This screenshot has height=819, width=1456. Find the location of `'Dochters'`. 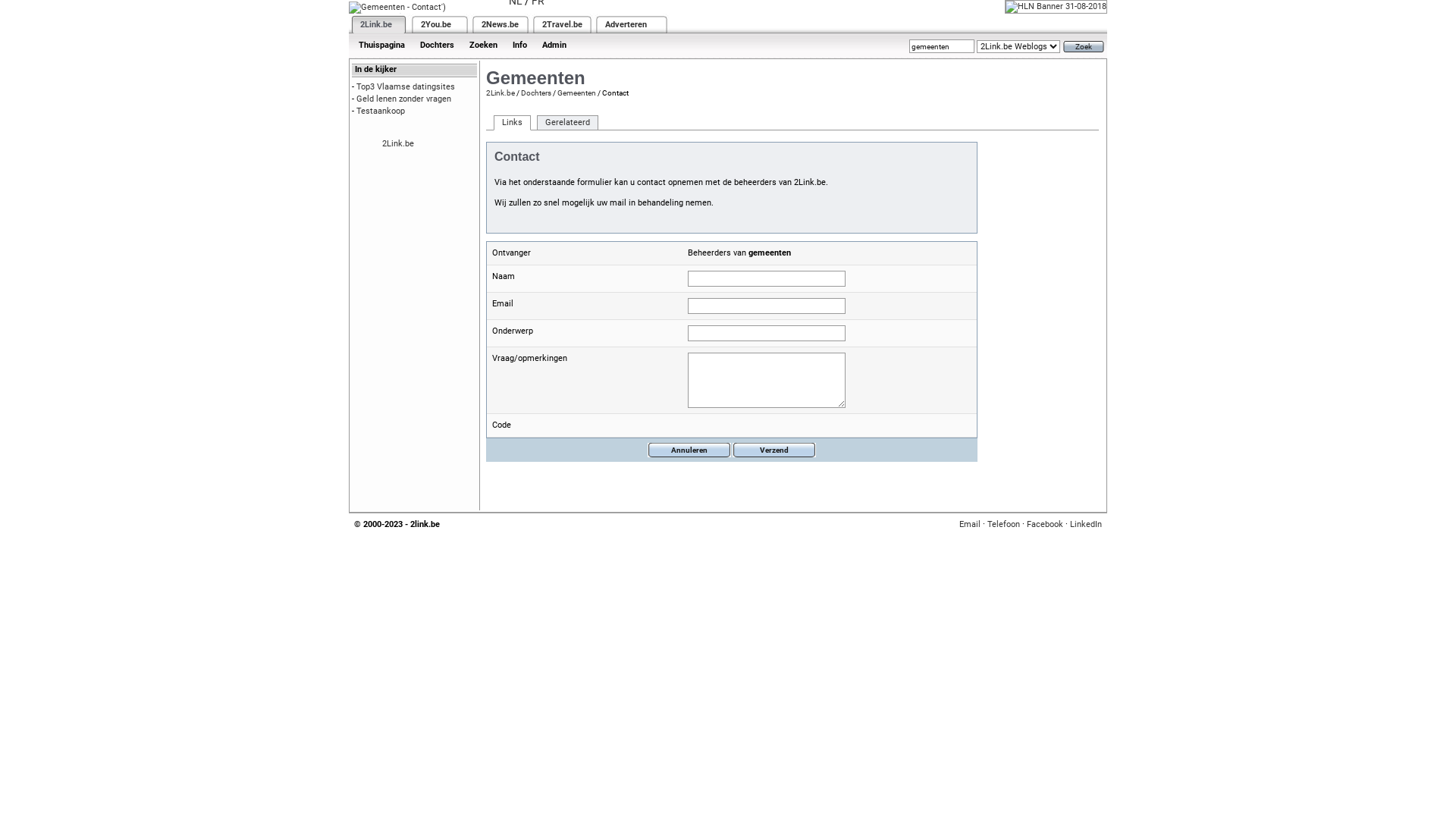

'Dochters' is located at coordinates (520, 93).